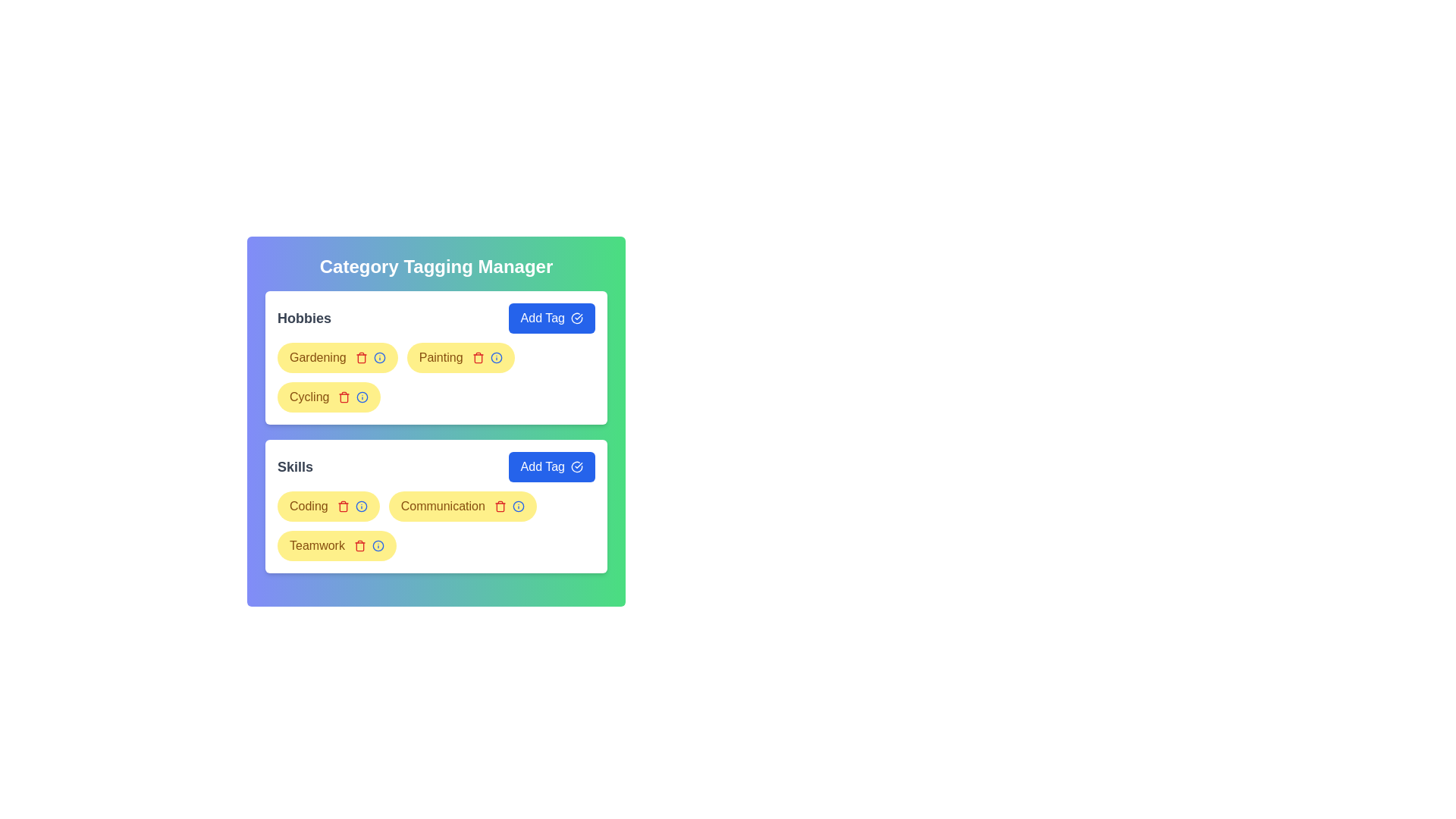  I want to click on the delete button icon located to the right of the 'Cycling' text in the 'Hobbies' section, so click(344, 397).